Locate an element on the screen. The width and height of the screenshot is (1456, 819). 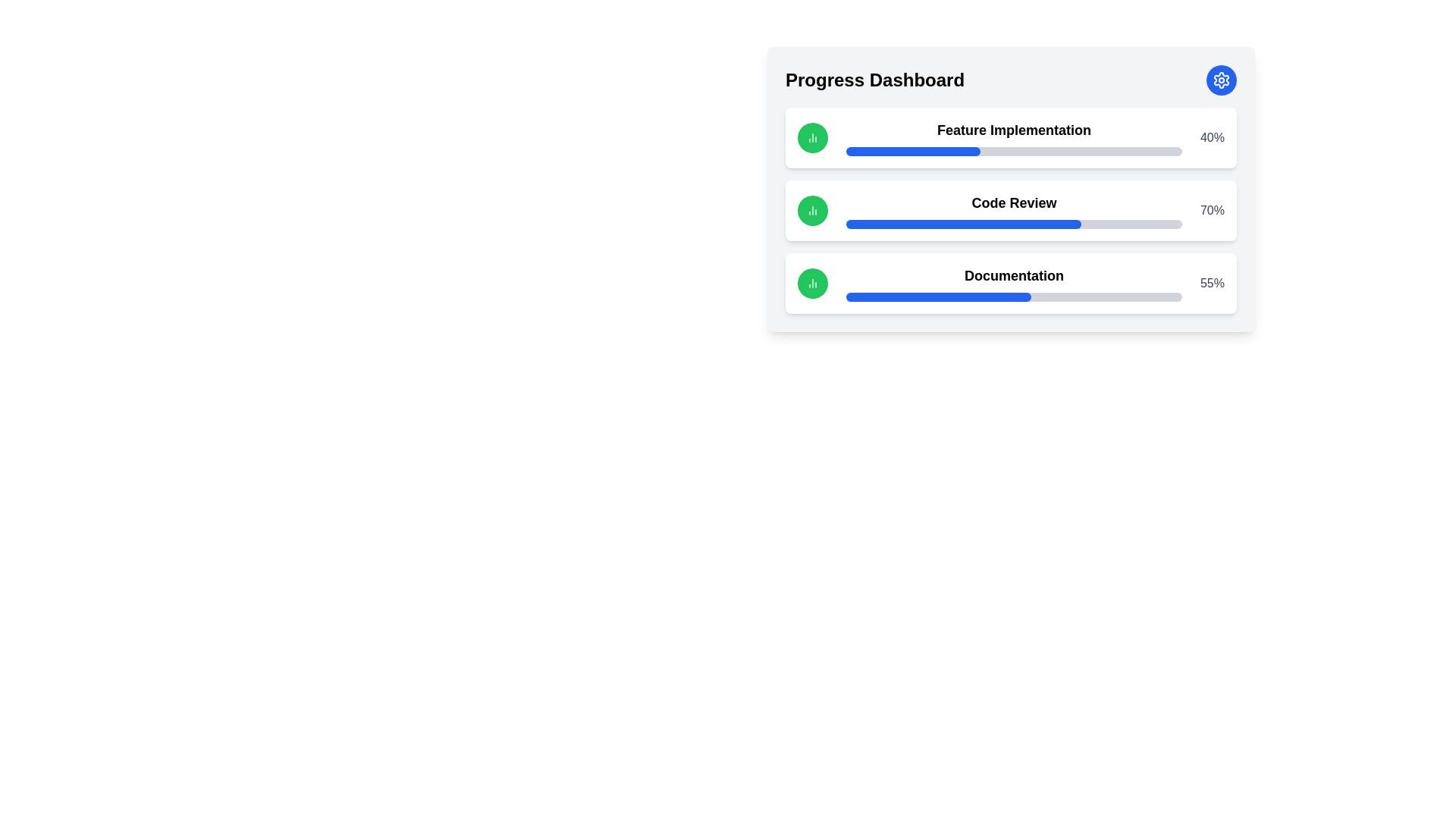
the icon related to the 'Code Review' task within the progress dashboard interface, which is located to the far left of the card labeled 'Code Review' is located at coordinates (811, 210).